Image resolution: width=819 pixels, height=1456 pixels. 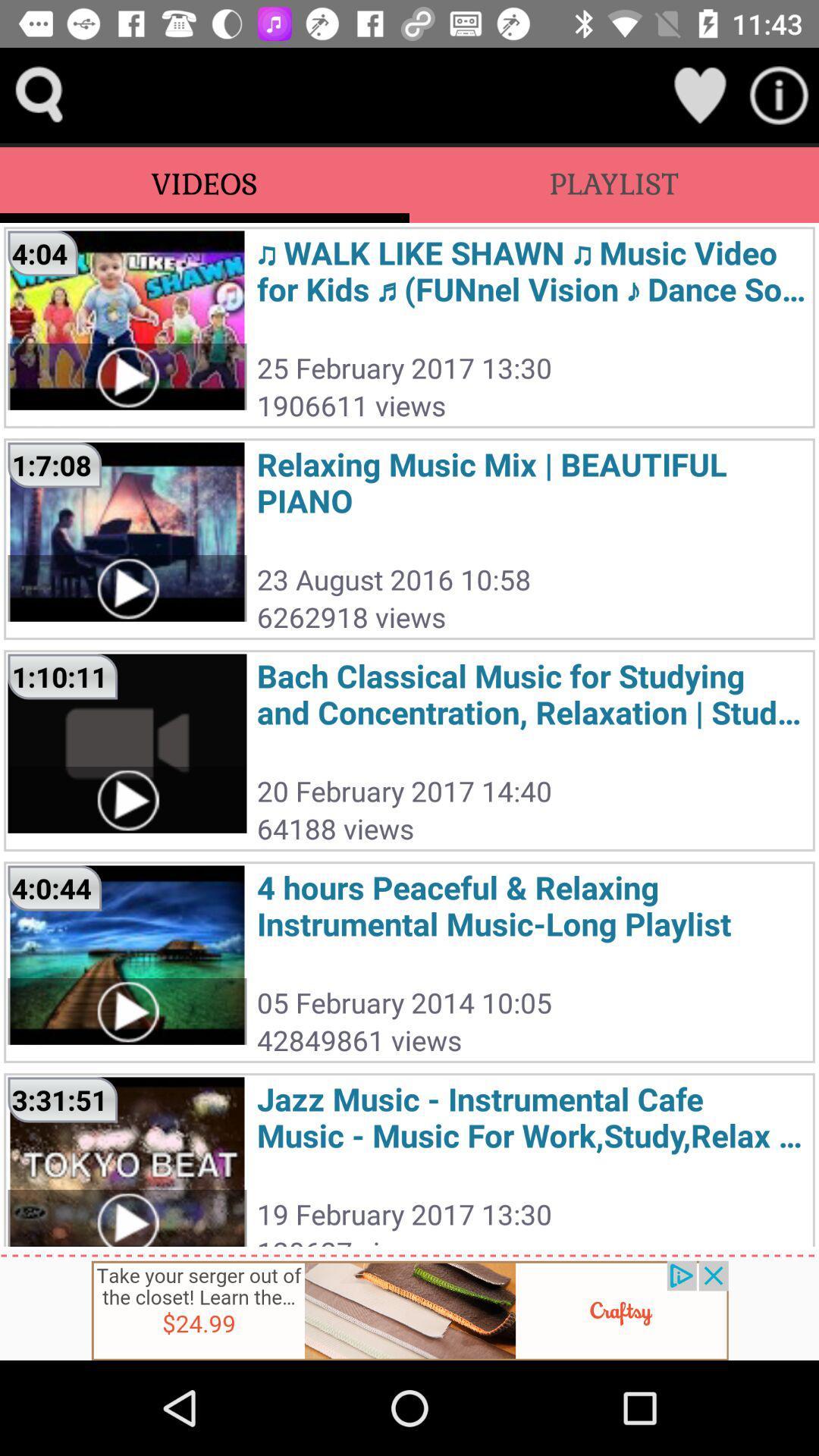 What do you see at coordinates (39, 94) in the screenshot?
I see `the search icon` at bounding box center [39, 94].